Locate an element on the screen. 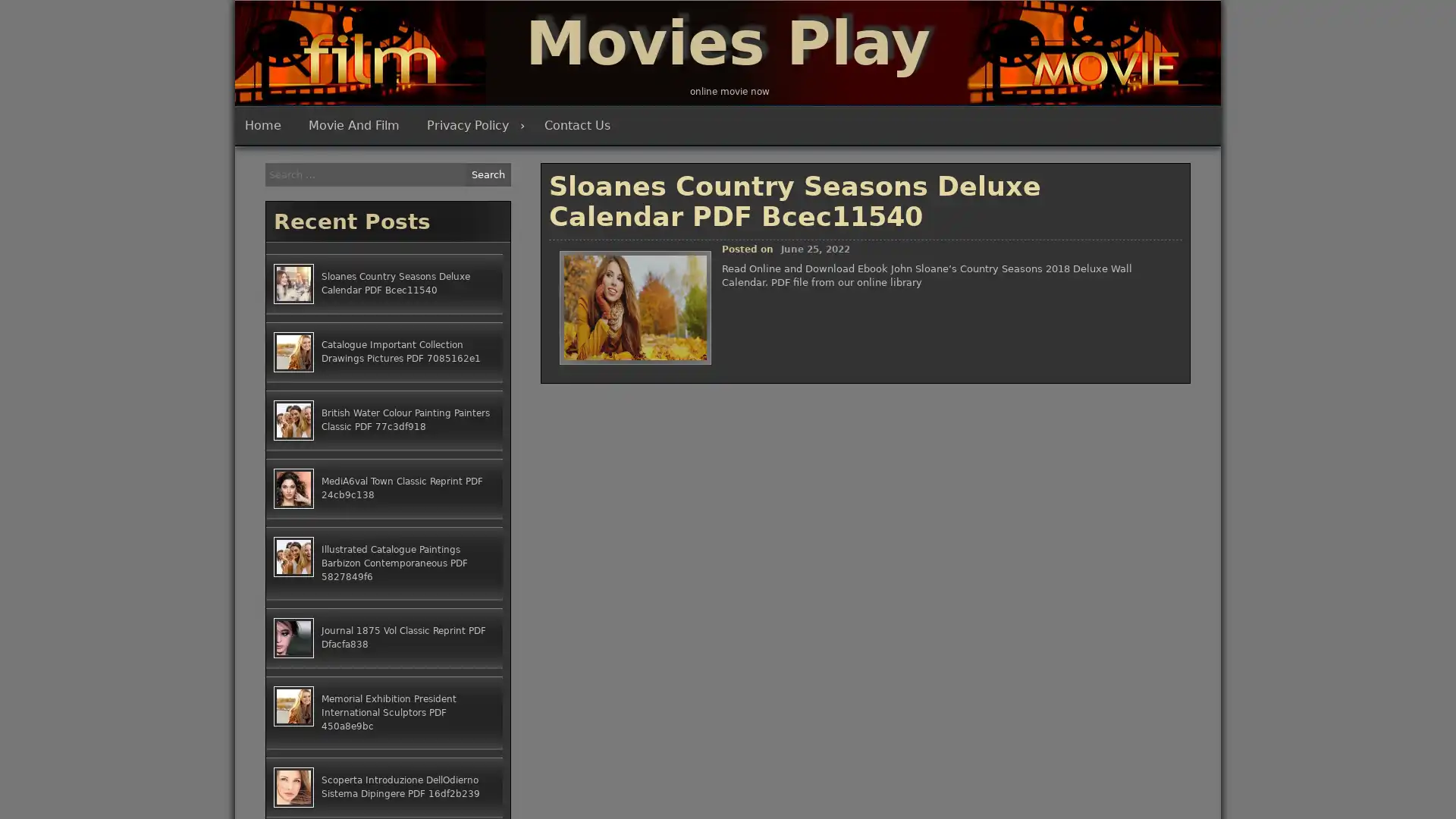  Search is located at coordinates (488, 174).